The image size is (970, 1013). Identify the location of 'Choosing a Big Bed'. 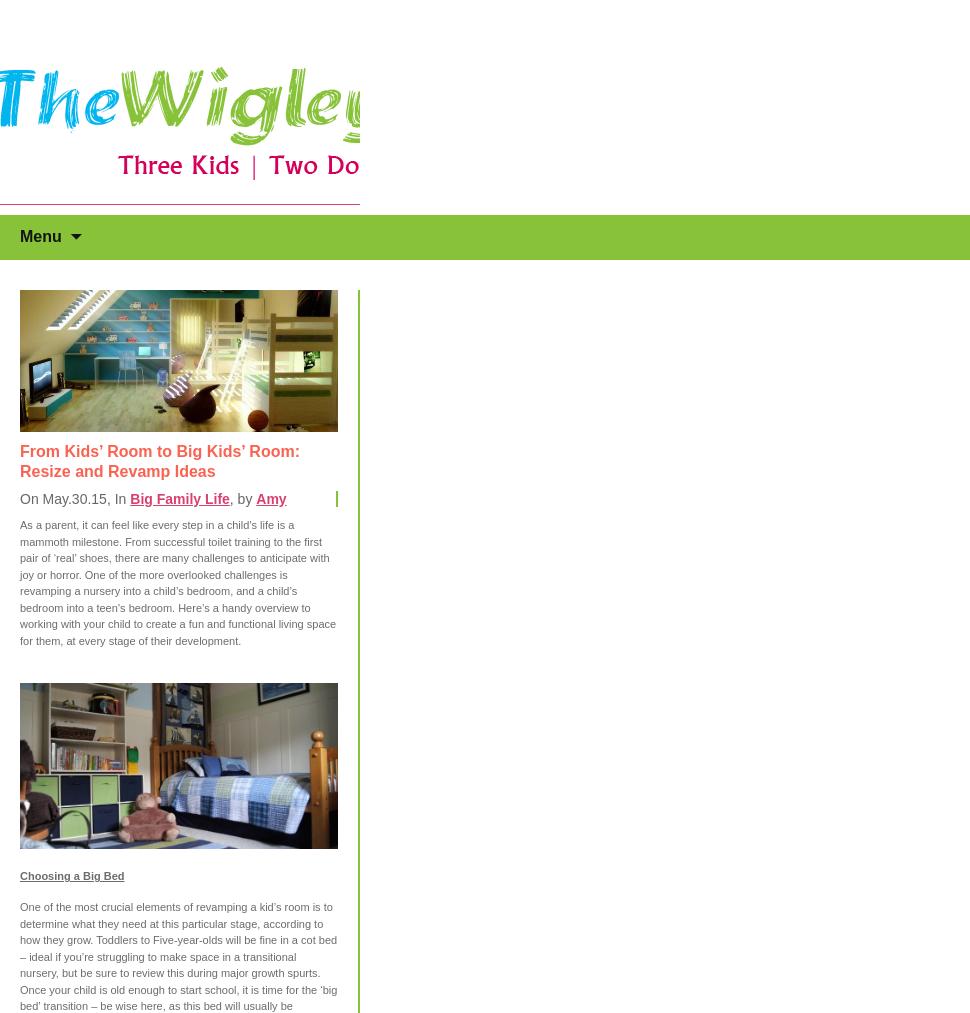
(70, 875).